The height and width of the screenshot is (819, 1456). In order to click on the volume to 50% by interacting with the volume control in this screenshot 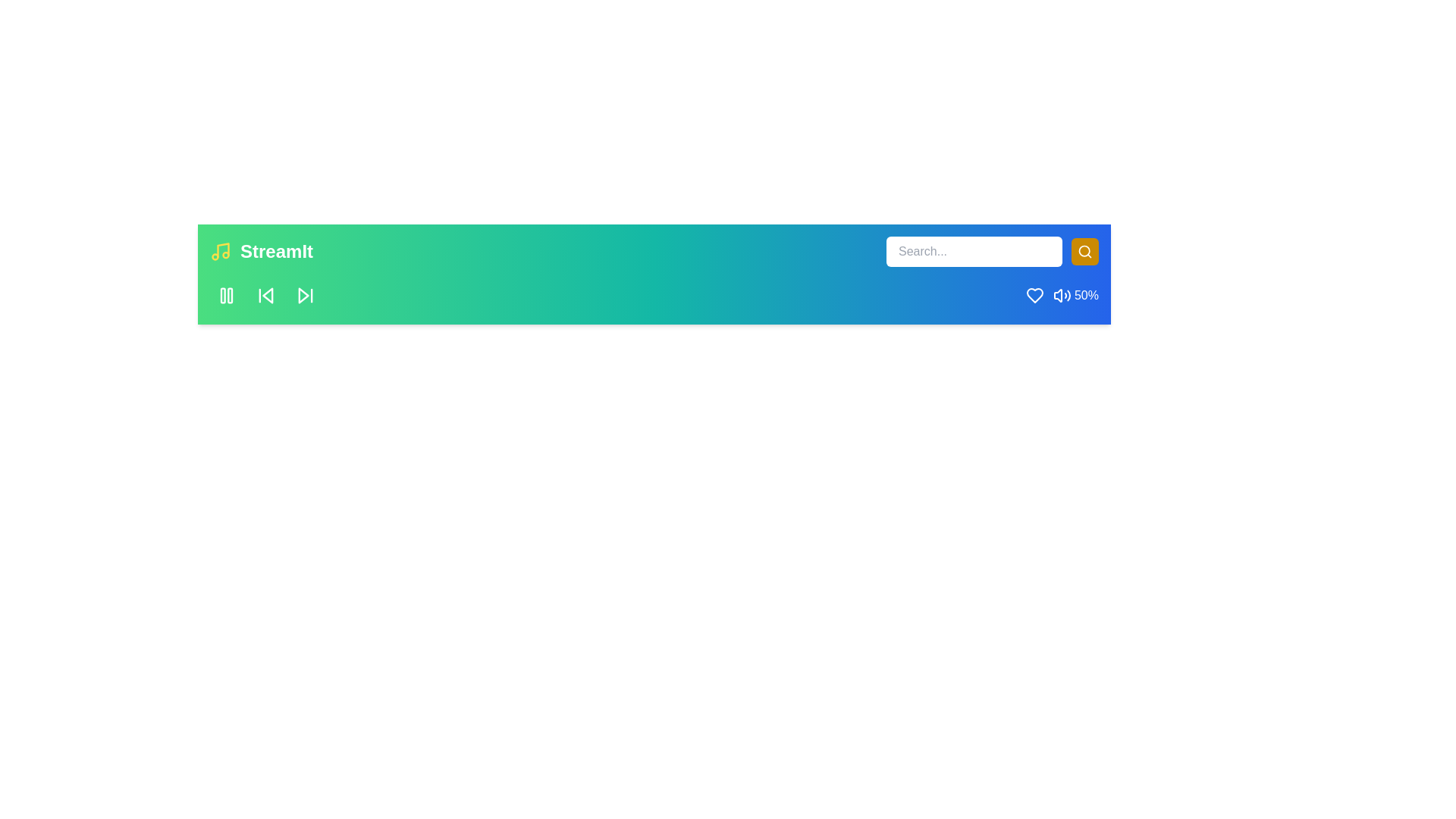, I will do `click(1061, 295)`.